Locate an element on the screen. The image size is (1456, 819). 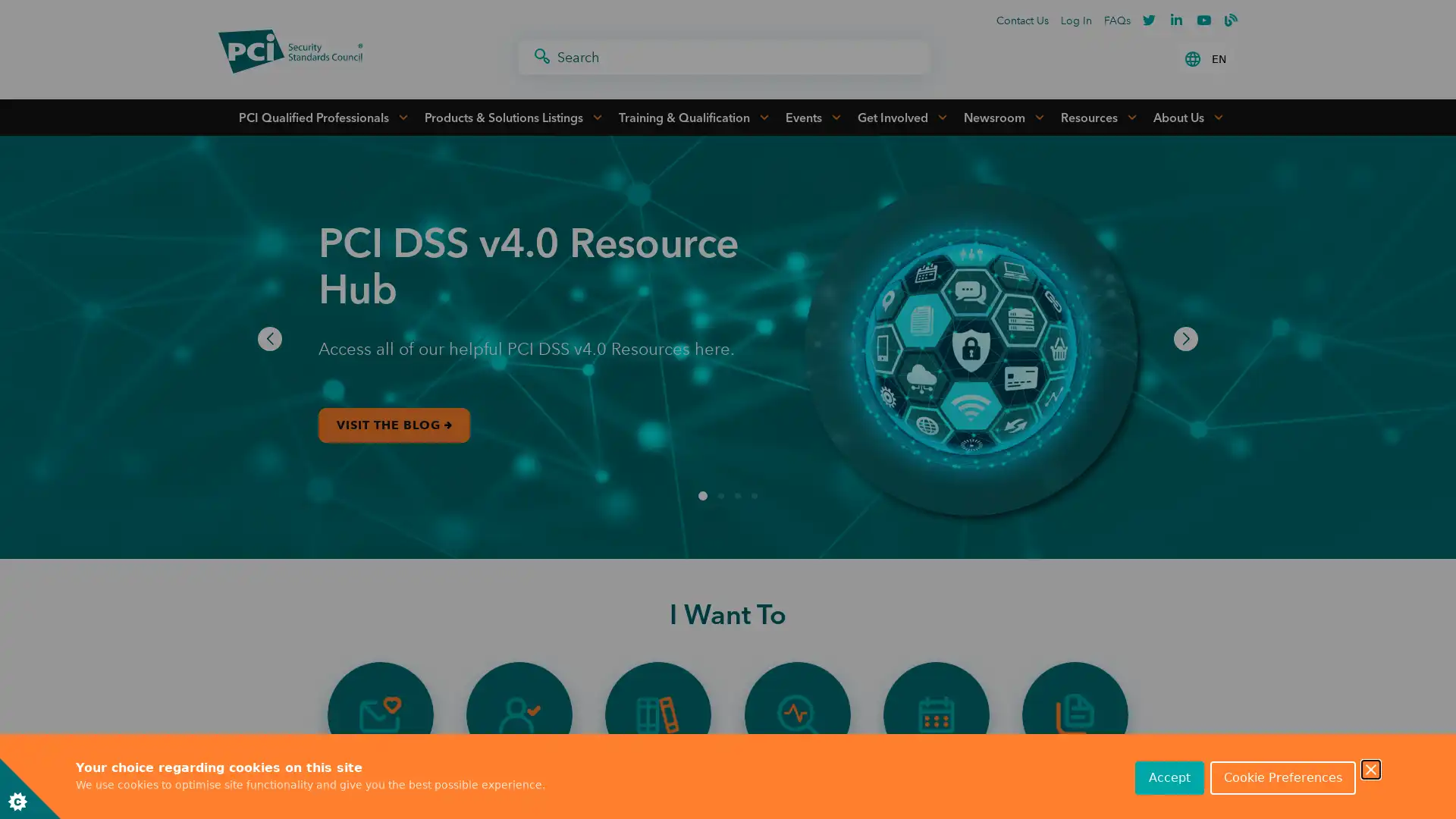
Twitter is located at coordinates (1149, 19).